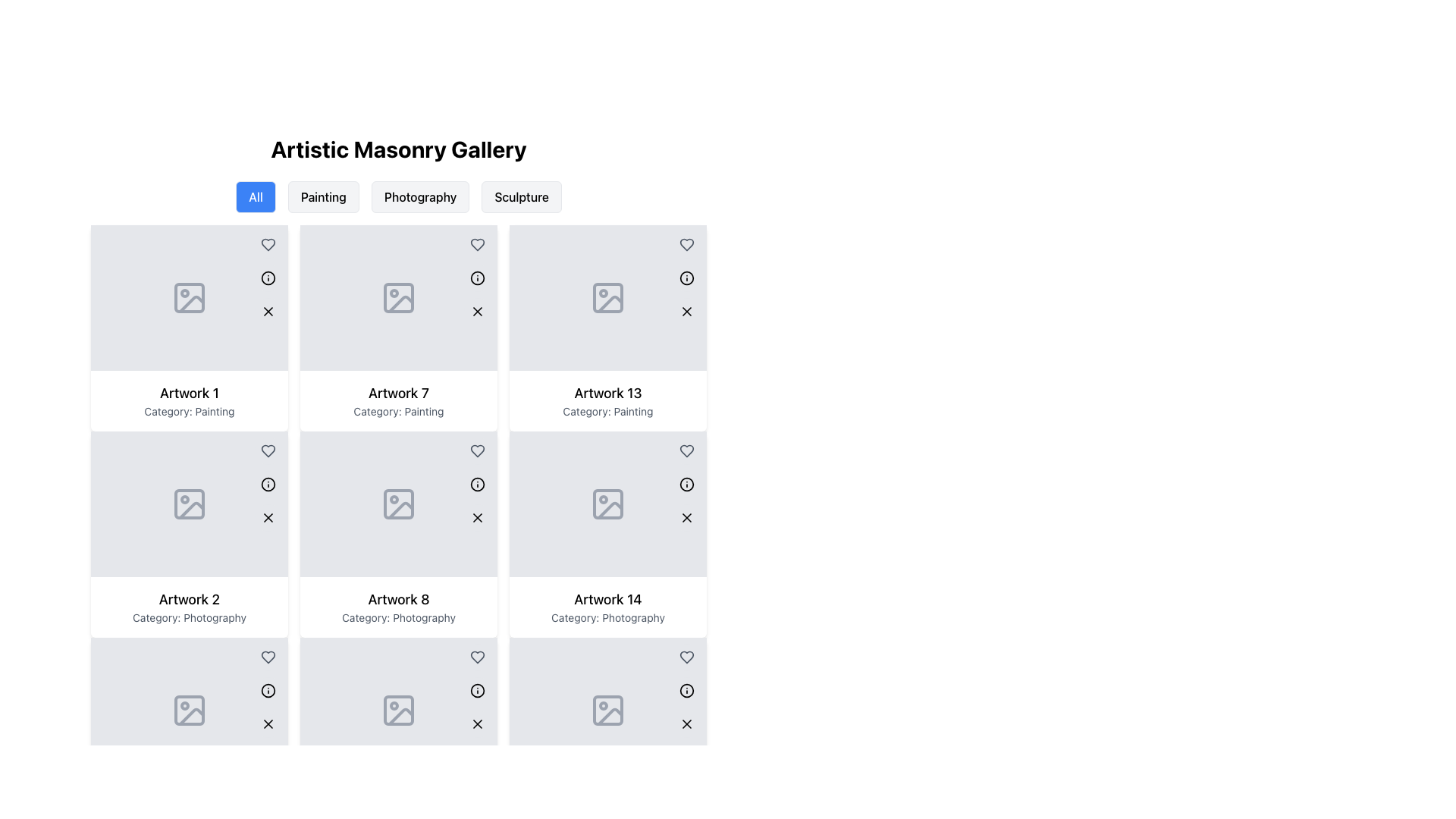 Image resolution: width=1456 pixels, height=819 pixels. What do you see at coordinates (399, 598) in the screenshot?
I see `the 'Artwork 8' label, which is displayed in a bold and prominent font within the middle column of a three-column layout` at bounding box center [399, 598].